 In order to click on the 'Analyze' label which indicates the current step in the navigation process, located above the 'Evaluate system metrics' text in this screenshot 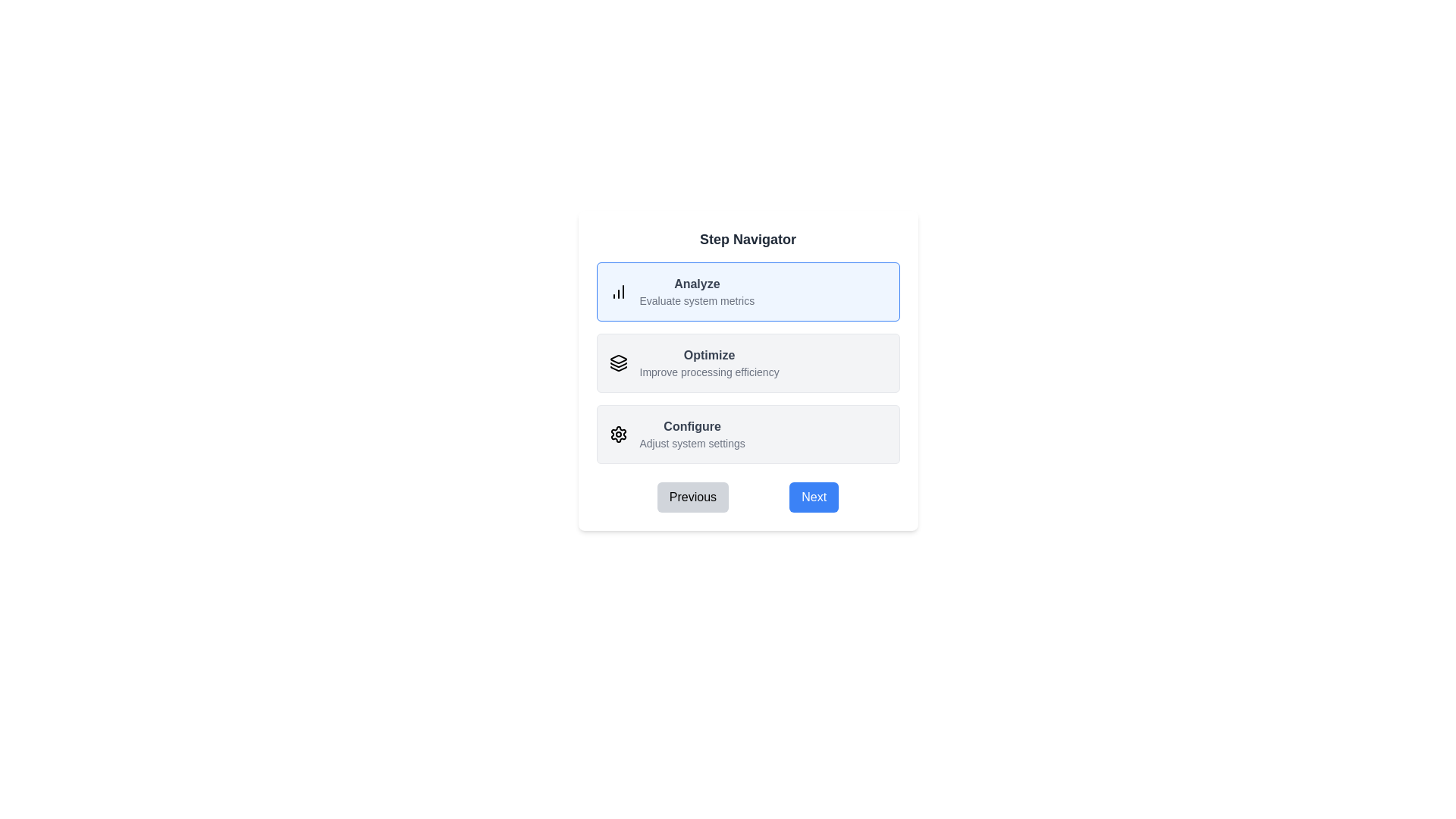, I will do `click(696, 284)`.